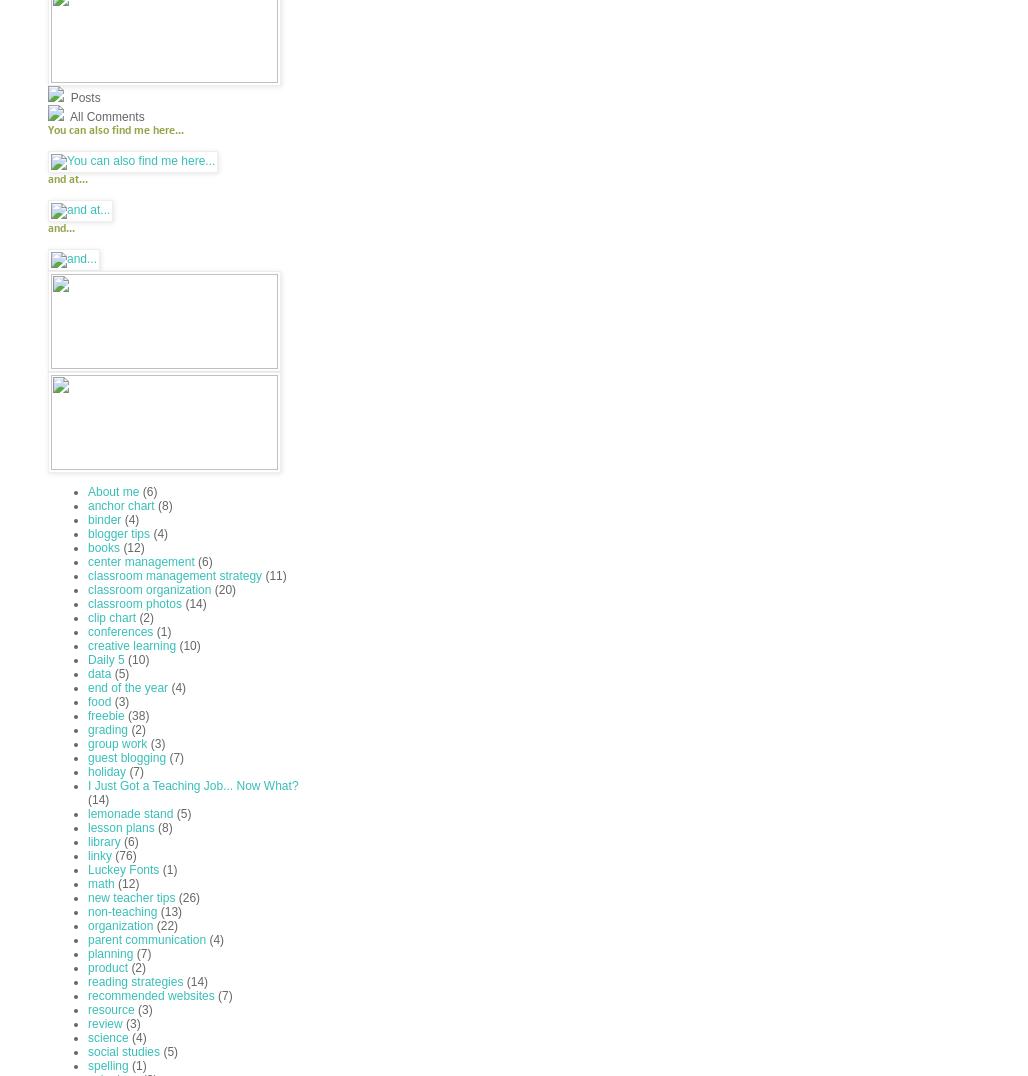 The image size is (1028, 1076). What do you see at coordinates (213, 589) in the screenshot?
I see `'(20)'` at bounding box center [213, 589].